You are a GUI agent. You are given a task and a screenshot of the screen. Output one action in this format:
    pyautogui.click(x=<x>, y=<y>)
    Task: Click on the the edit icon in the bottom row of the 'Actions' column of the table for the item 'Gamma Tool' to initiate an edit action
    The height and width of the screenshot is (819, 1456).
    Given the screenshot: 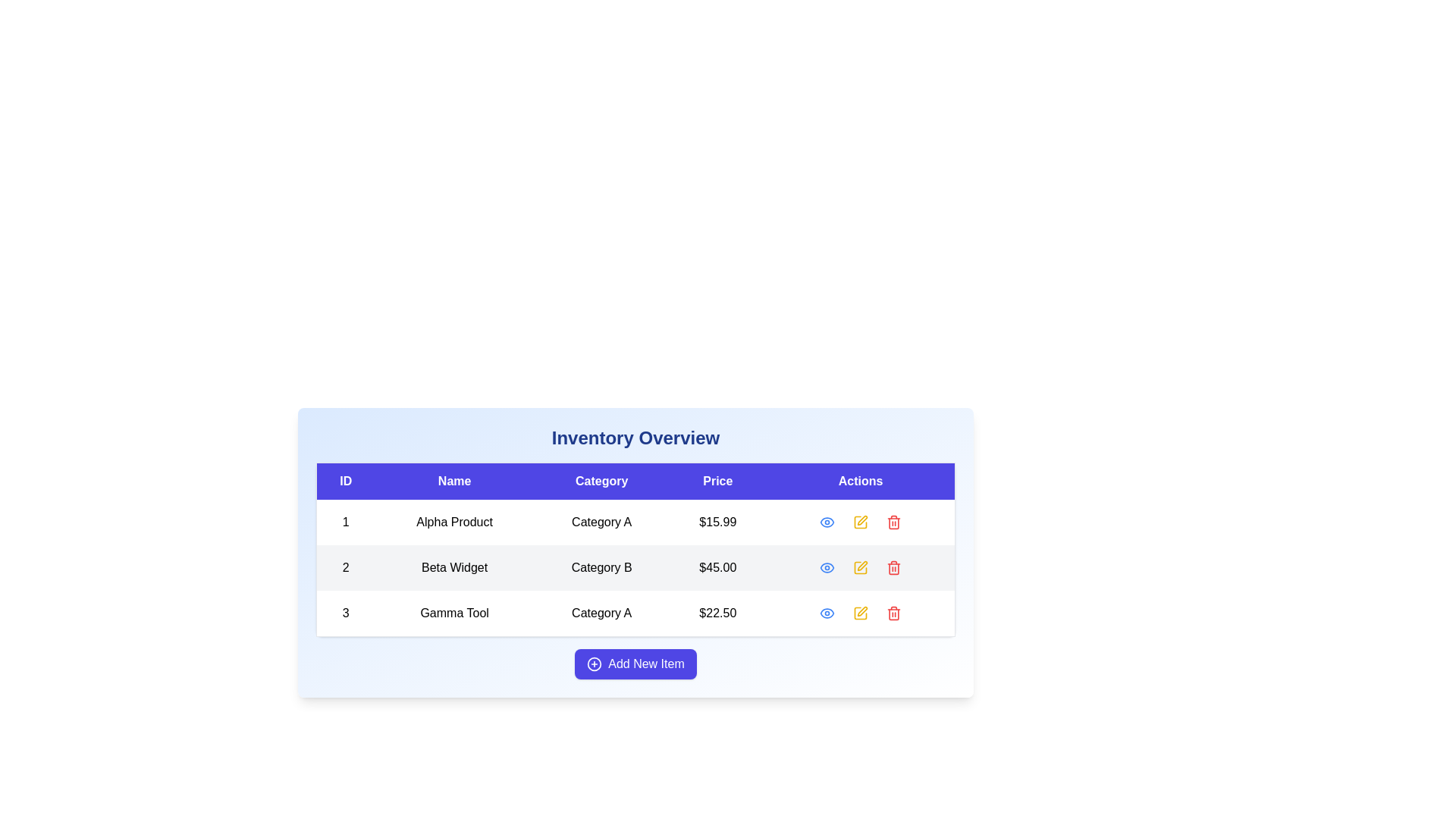 What is the action you would take?
    pyautogui.click(x=862, y=610)
    